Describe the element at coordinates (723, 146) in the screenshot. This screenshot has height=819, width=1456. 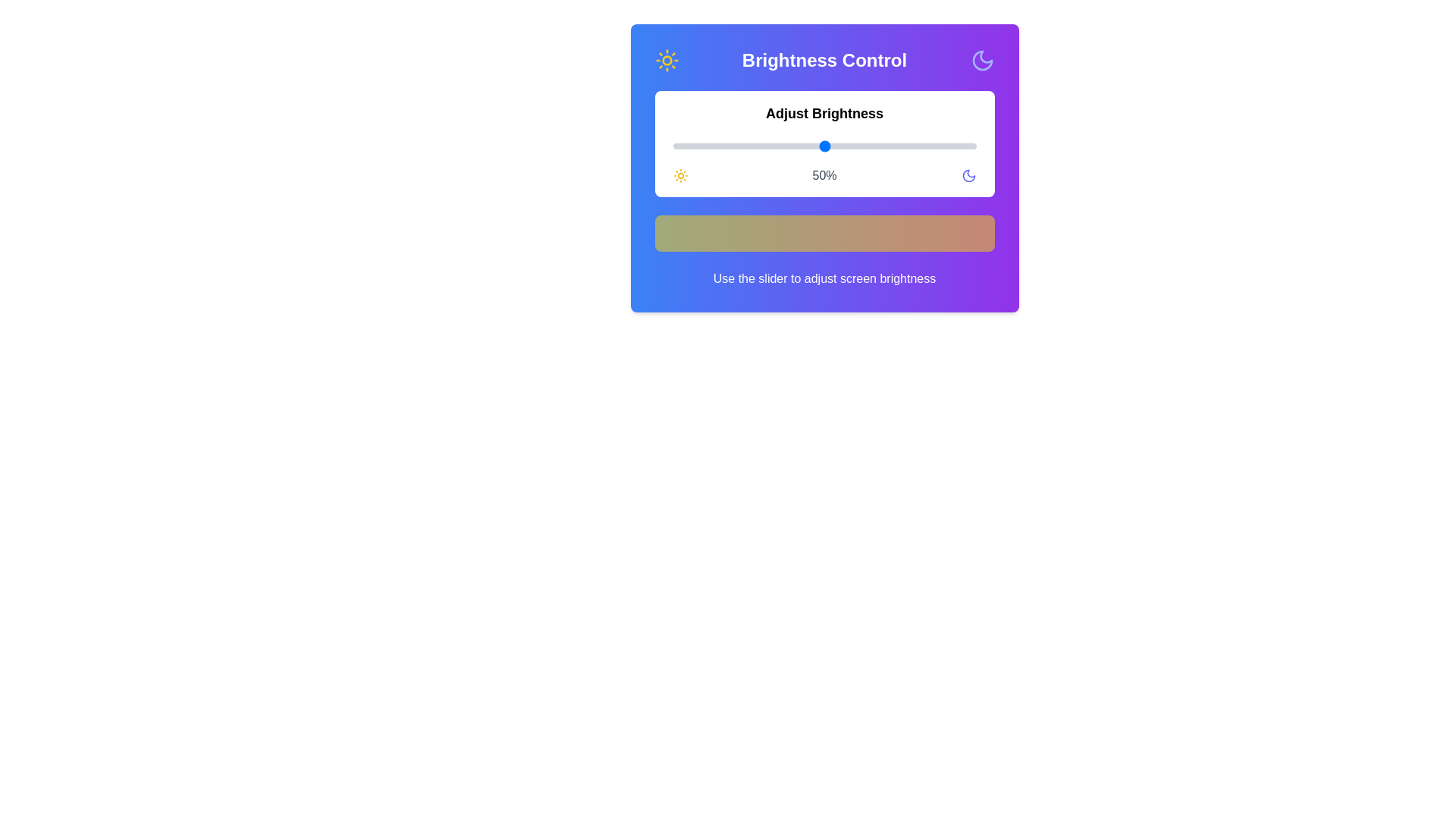
I see `the brightness slider to 17%` at that location.